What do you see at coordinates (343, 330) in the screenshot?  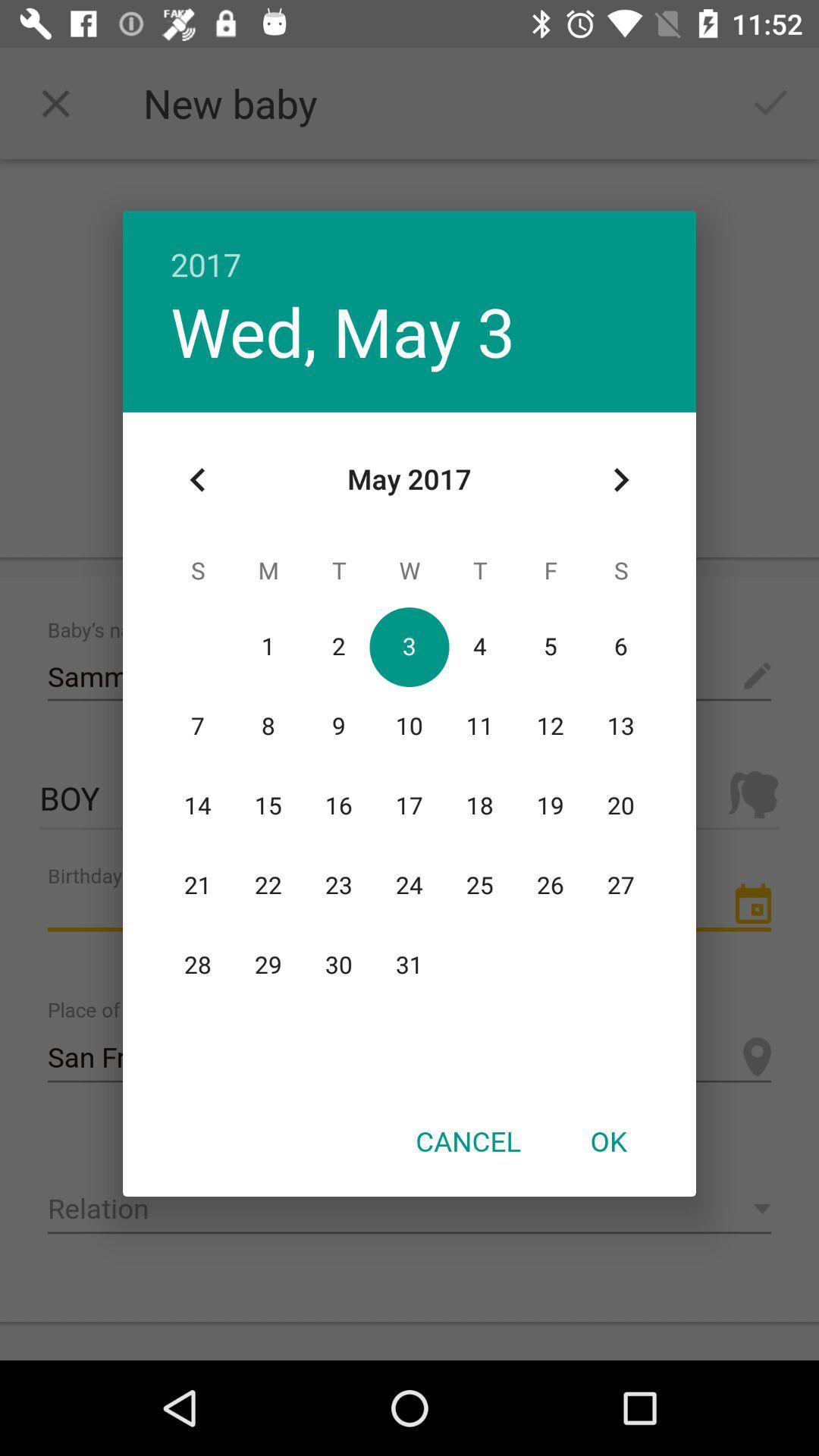 I see `the wed, may 3 item` at bounding box center [343, 330].